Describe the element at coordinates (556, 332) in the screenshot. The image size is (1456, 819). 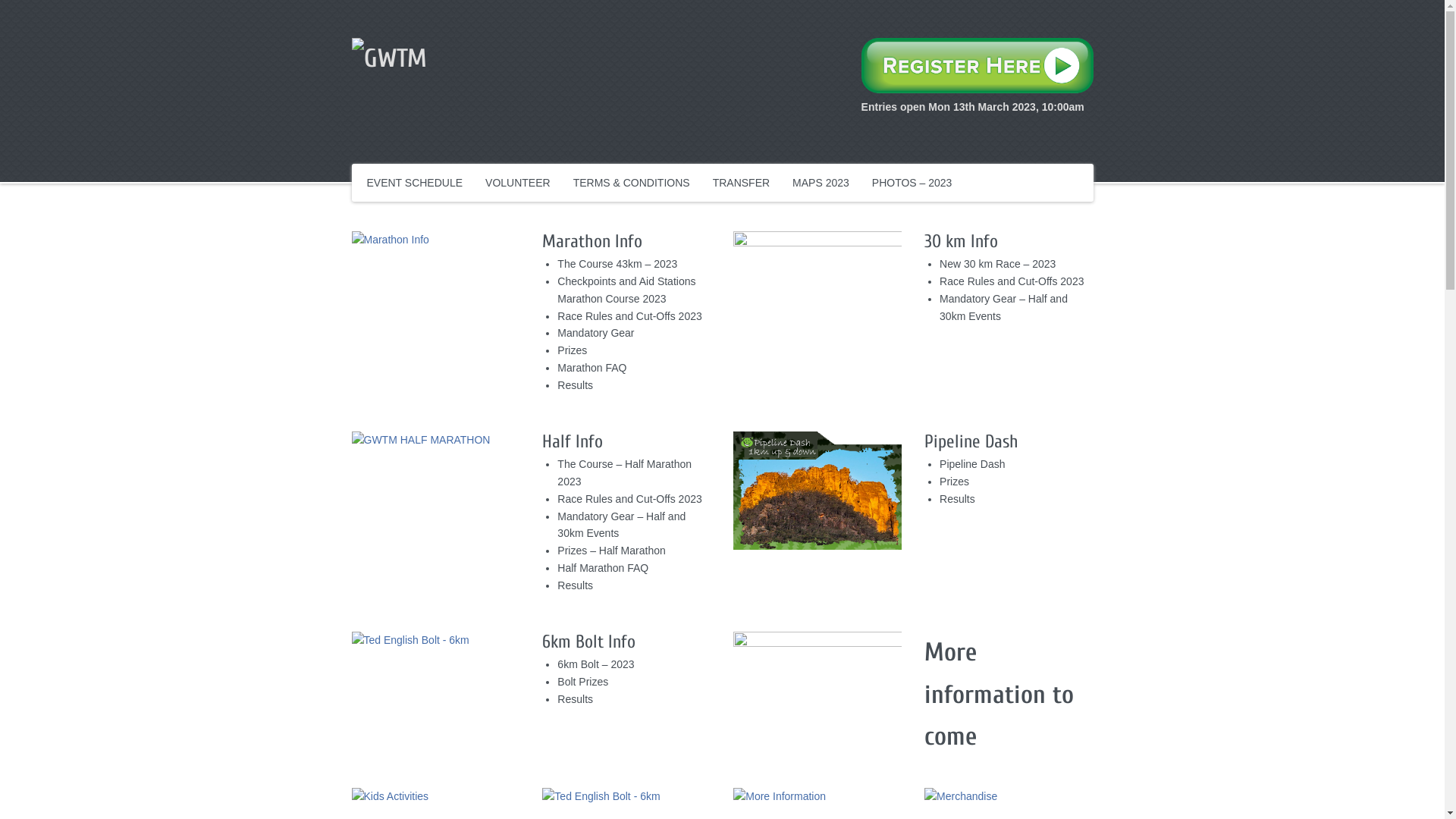
I see `'Mandatory Gear'` at that location.